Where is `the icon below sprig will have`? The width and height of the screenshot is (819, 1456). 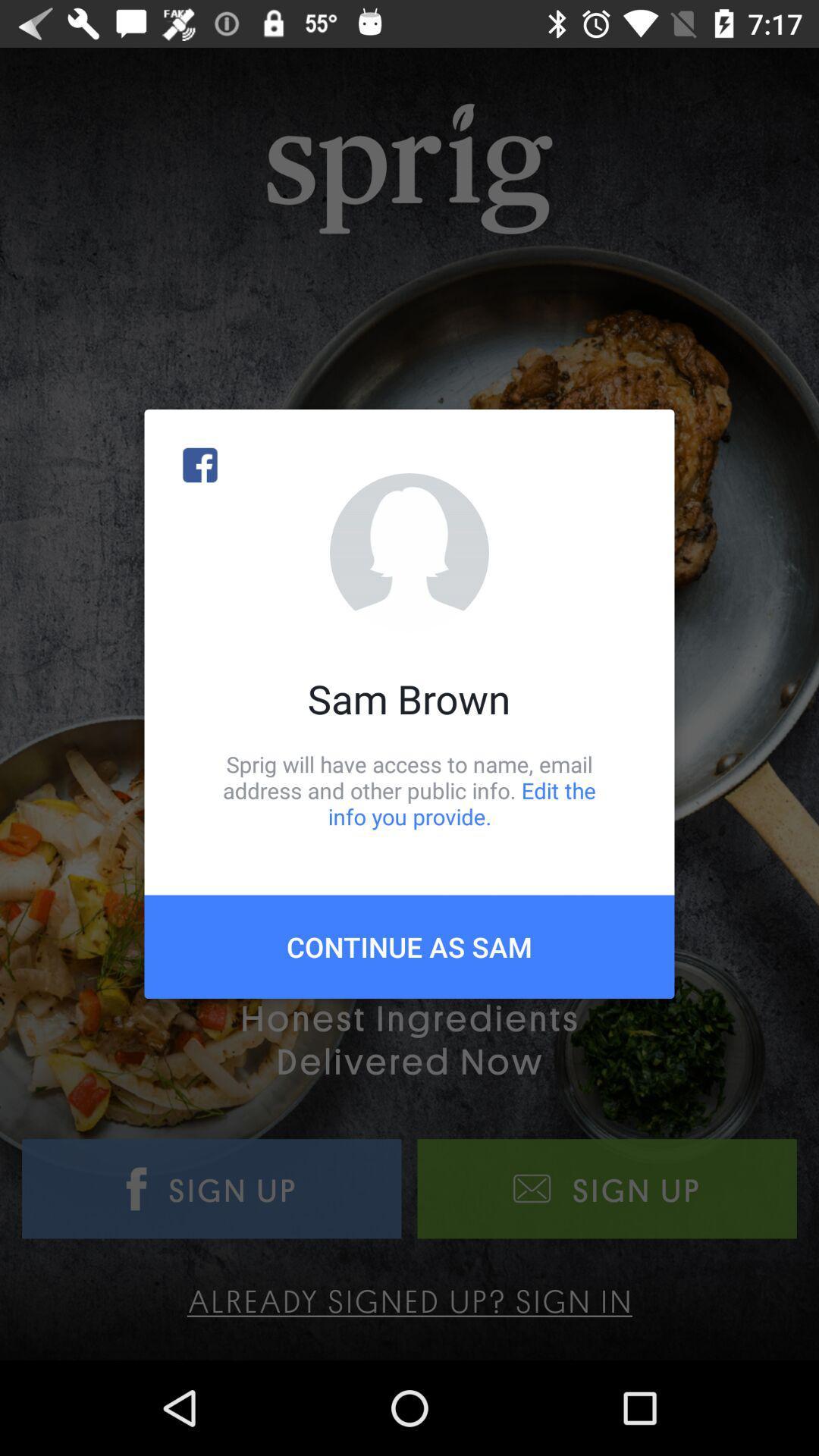 the icon below sprig will have is located at coordinates (409, 946).